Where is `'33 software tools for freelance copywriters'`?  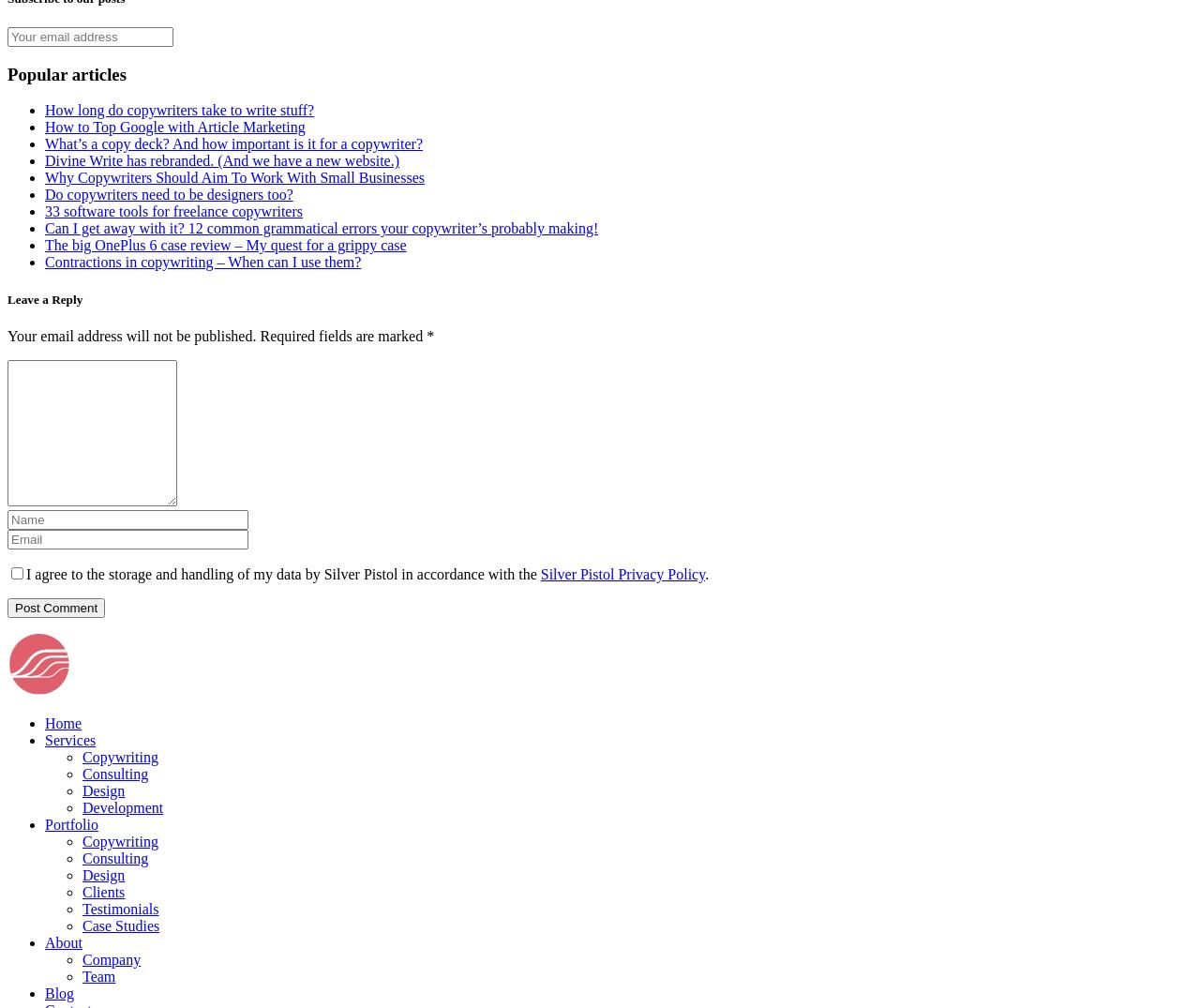
'33 software tools for freelance copywriters' is located at coordinates (173, 210).